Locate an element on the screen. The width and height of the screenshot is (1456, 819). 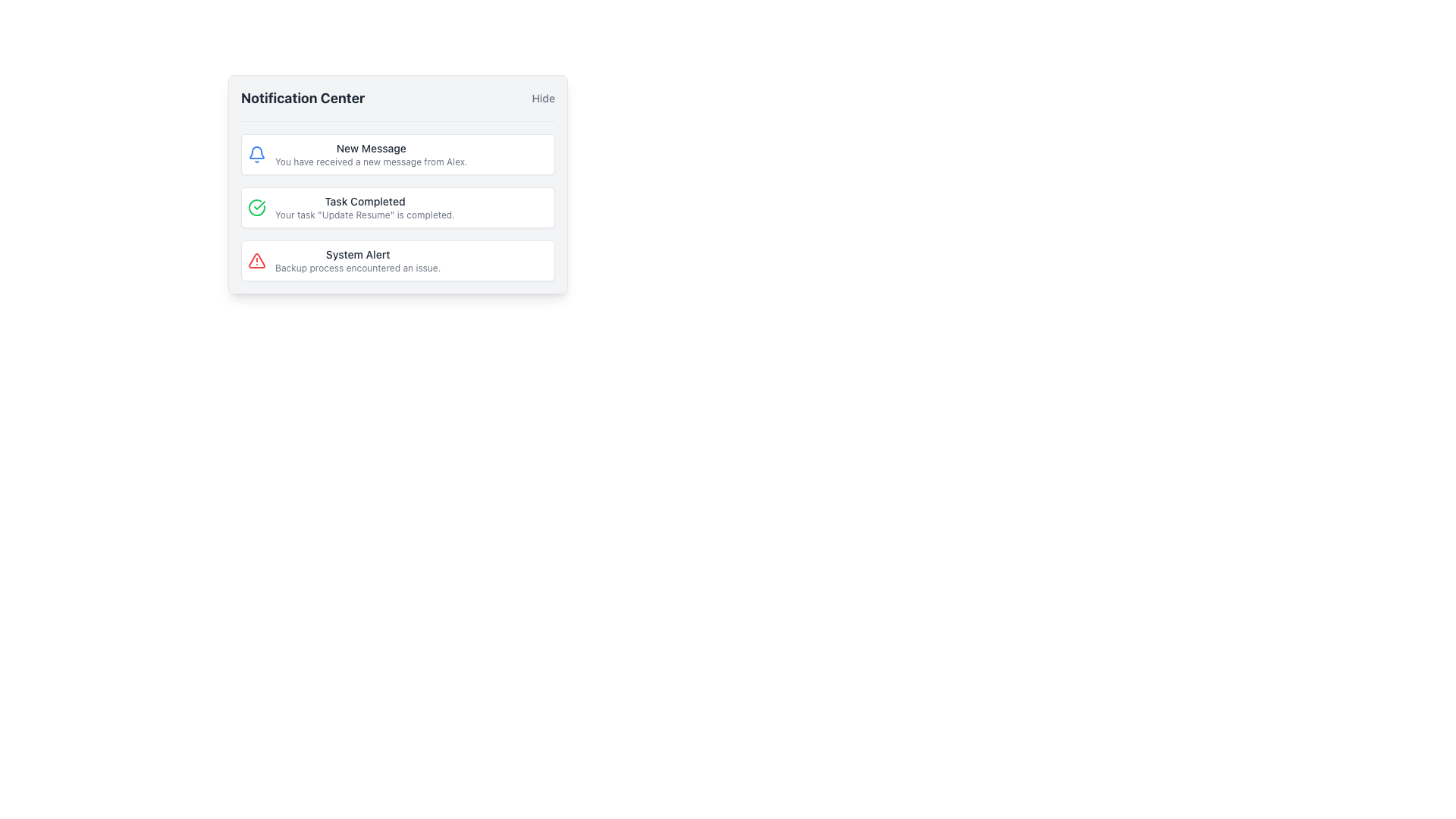
the first Notification card in the notification center is located at coordinates (397, 155).